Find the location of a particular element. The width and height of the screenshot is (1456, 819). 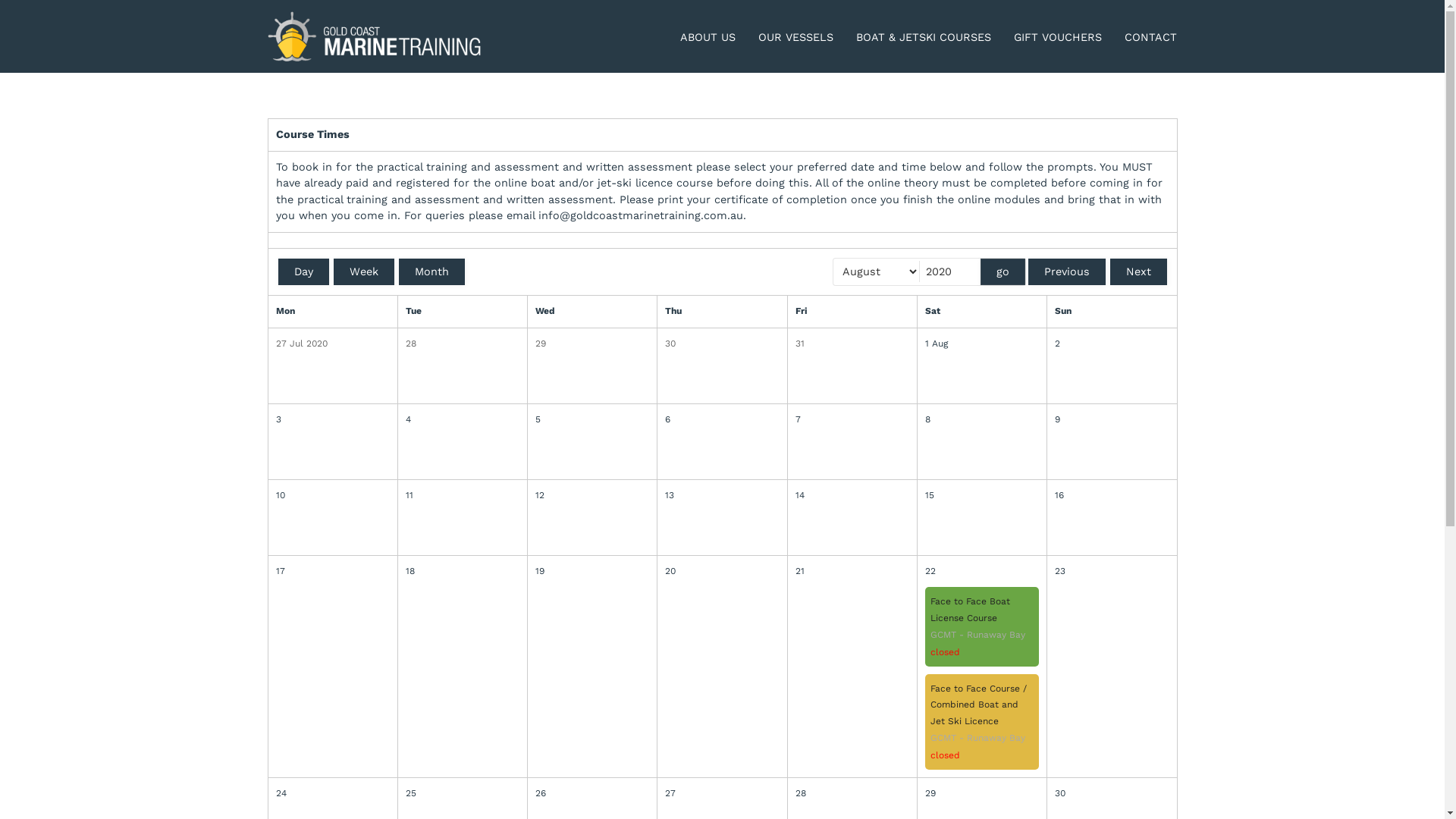

'4' is located at coordinates (405, 420).